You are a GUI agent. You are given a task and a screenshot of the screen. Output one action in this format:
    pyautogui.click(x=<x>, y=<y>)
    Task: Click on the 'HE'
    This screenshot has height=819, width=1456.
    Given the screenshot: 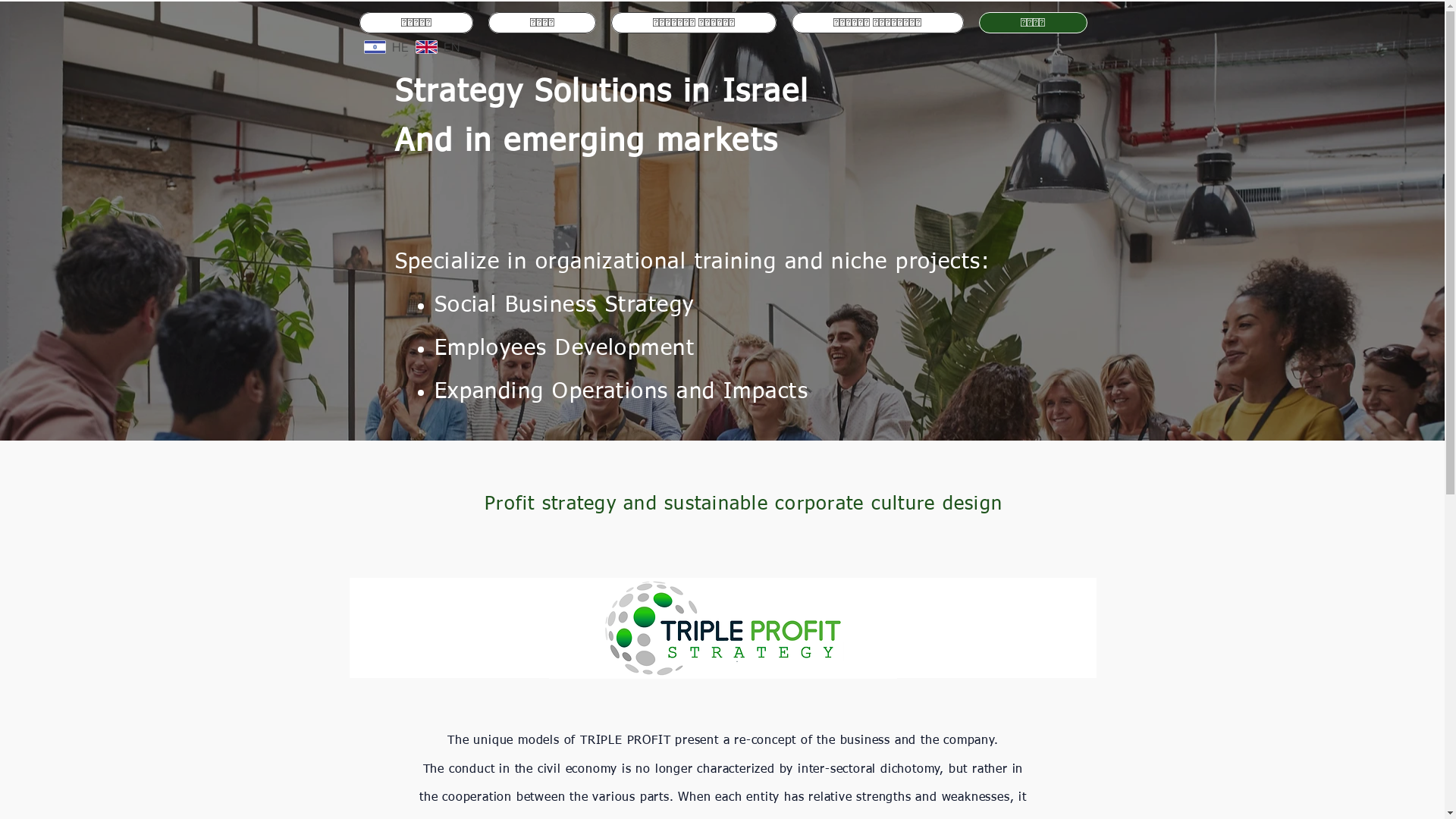 What is the action you would take?
    pyautogui.click(x=386, y=45)
    